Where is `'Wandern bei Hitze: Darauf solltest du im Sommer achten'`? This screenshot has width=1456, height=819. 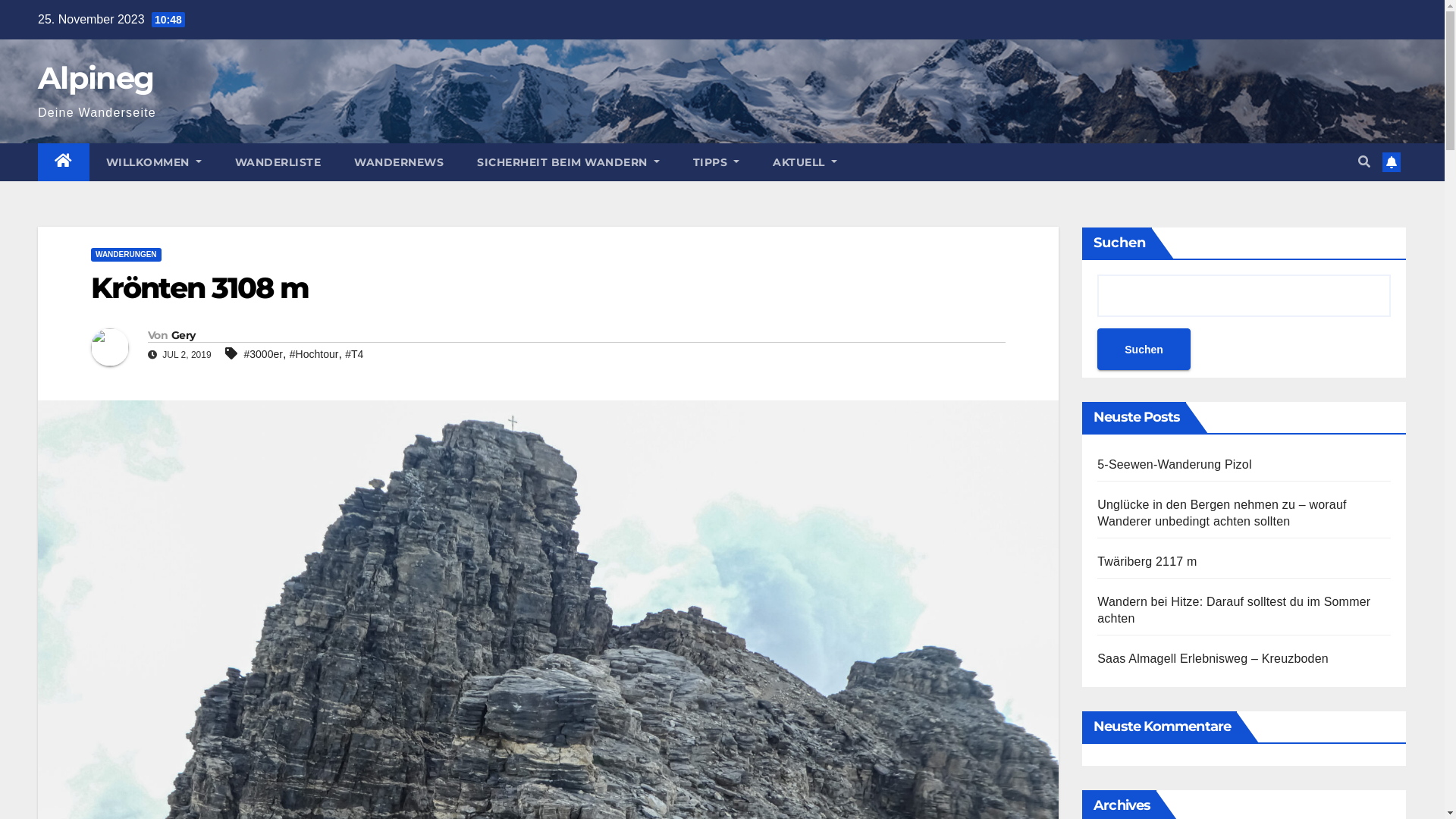 'Wandern bei Hitze: Darauf solltest du im Sommer achten' is located at coordinates (1234, 609).